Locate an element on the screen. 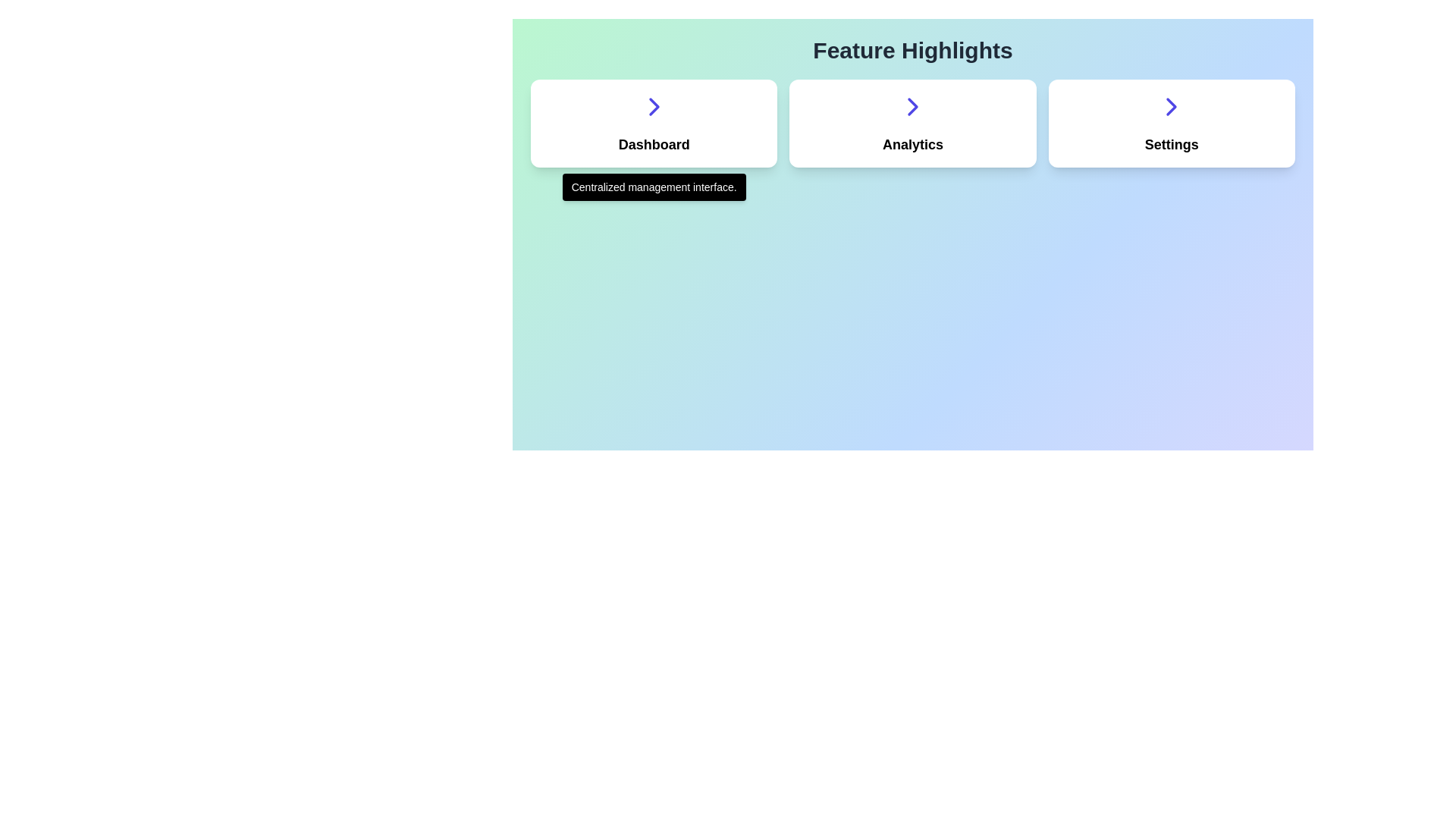 Image resolution: width=1456 pixels, height=819 pixels. the right-pointing indigo arrow icon located at the center-top of the 'Analytics' card is located at coordinates (912, 106).